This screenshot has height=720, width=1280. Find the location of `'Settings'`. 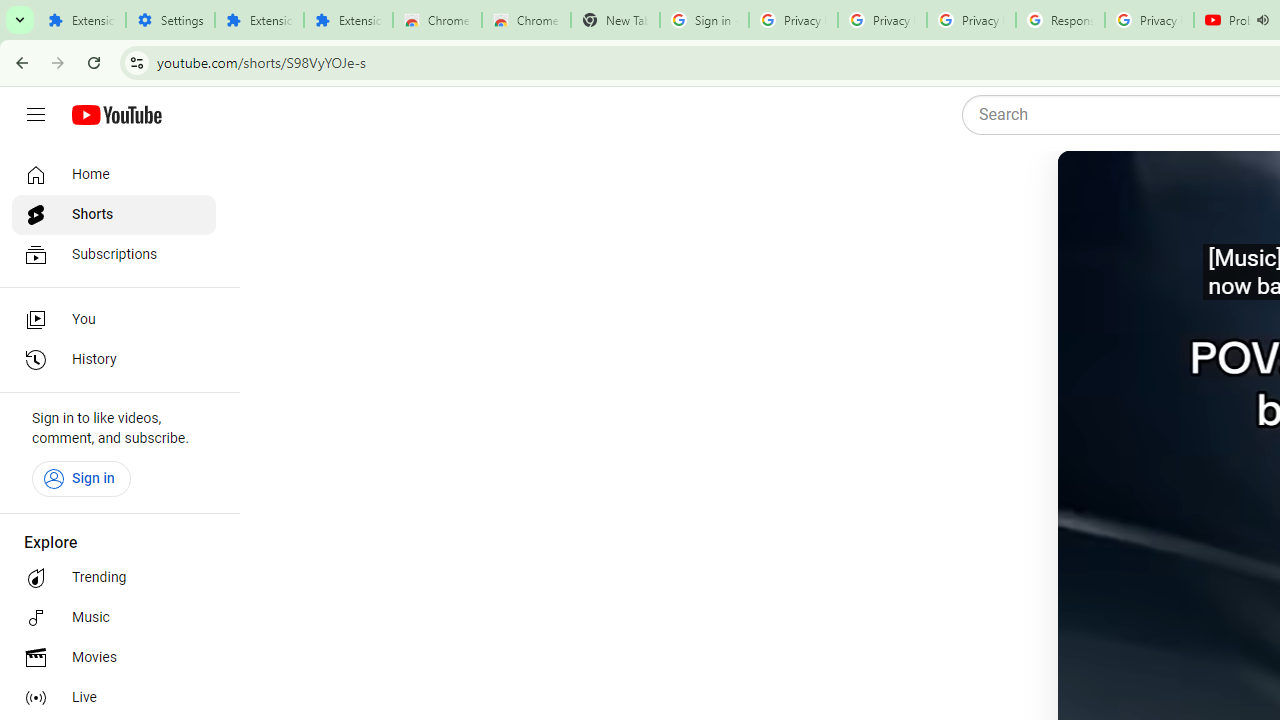

'Settings' is located at coordinates (170, 20).